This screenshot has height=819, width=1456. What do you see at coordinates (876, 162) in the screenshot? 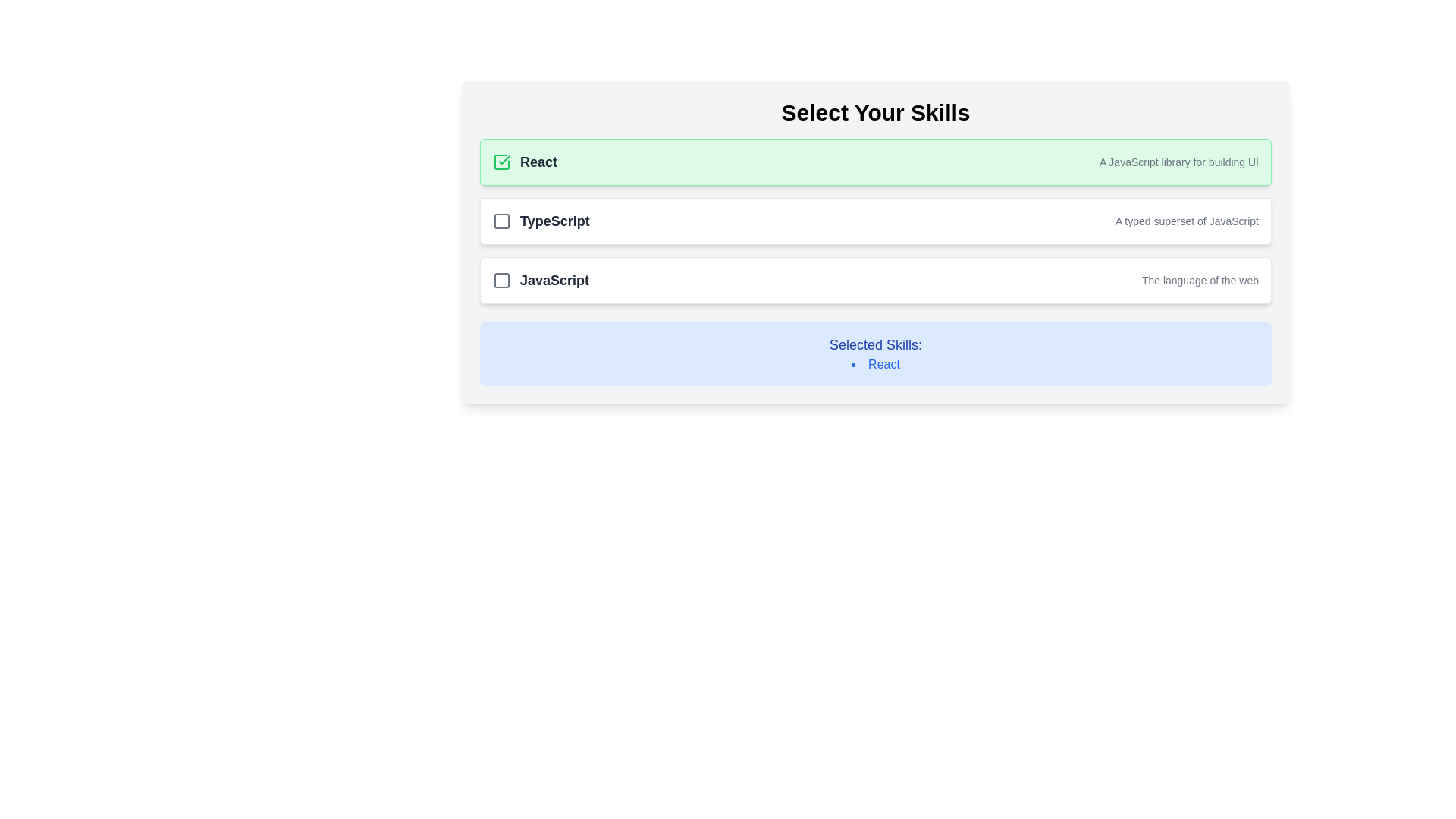
I see `the first selectable list item with a green background labeled 'React'` at bounding box center [876, 162].